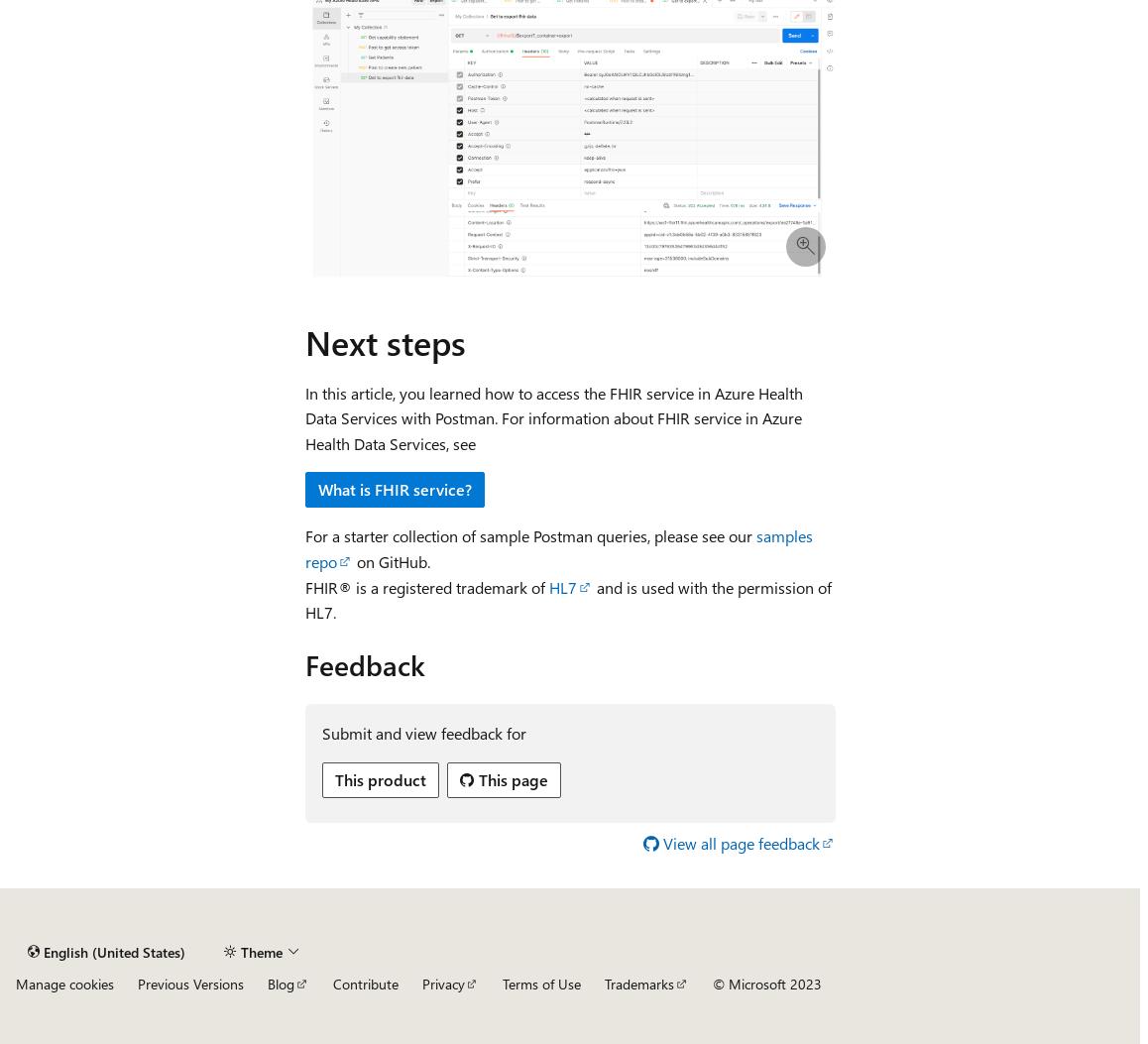 This screenshot has width=1148, height=1044. Describe the element at coordinates (765, 984) in the screenshot. I see `'© Microsoft 2023'` at that location.